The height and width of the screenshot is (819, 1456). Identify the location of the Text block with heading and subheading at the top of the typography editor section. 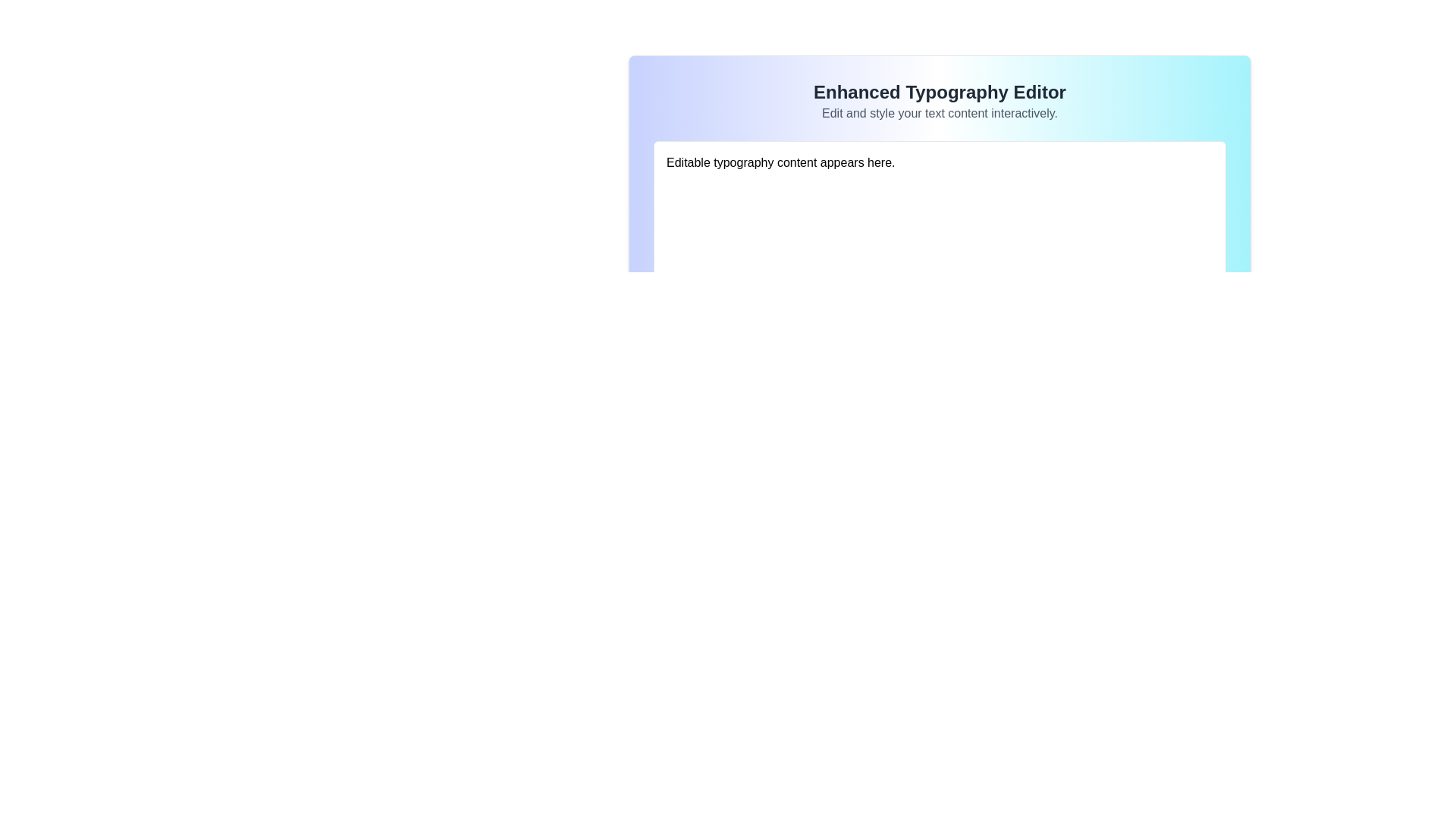
(939, 102).